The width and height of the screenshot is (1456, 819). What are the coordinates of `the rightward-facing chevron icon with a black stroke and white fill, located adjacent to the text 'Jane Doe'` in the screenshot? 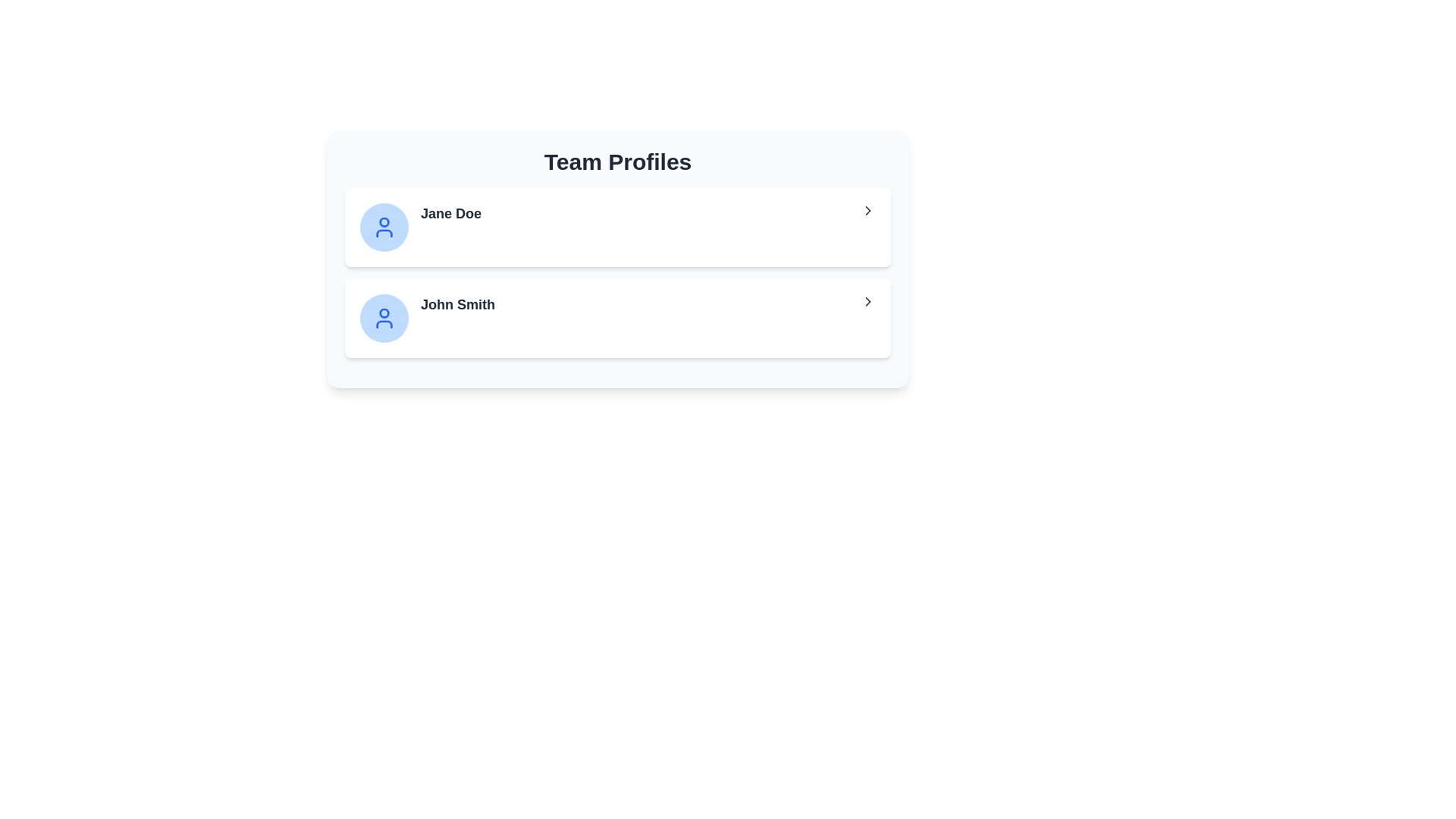 It's located at (868, 210).